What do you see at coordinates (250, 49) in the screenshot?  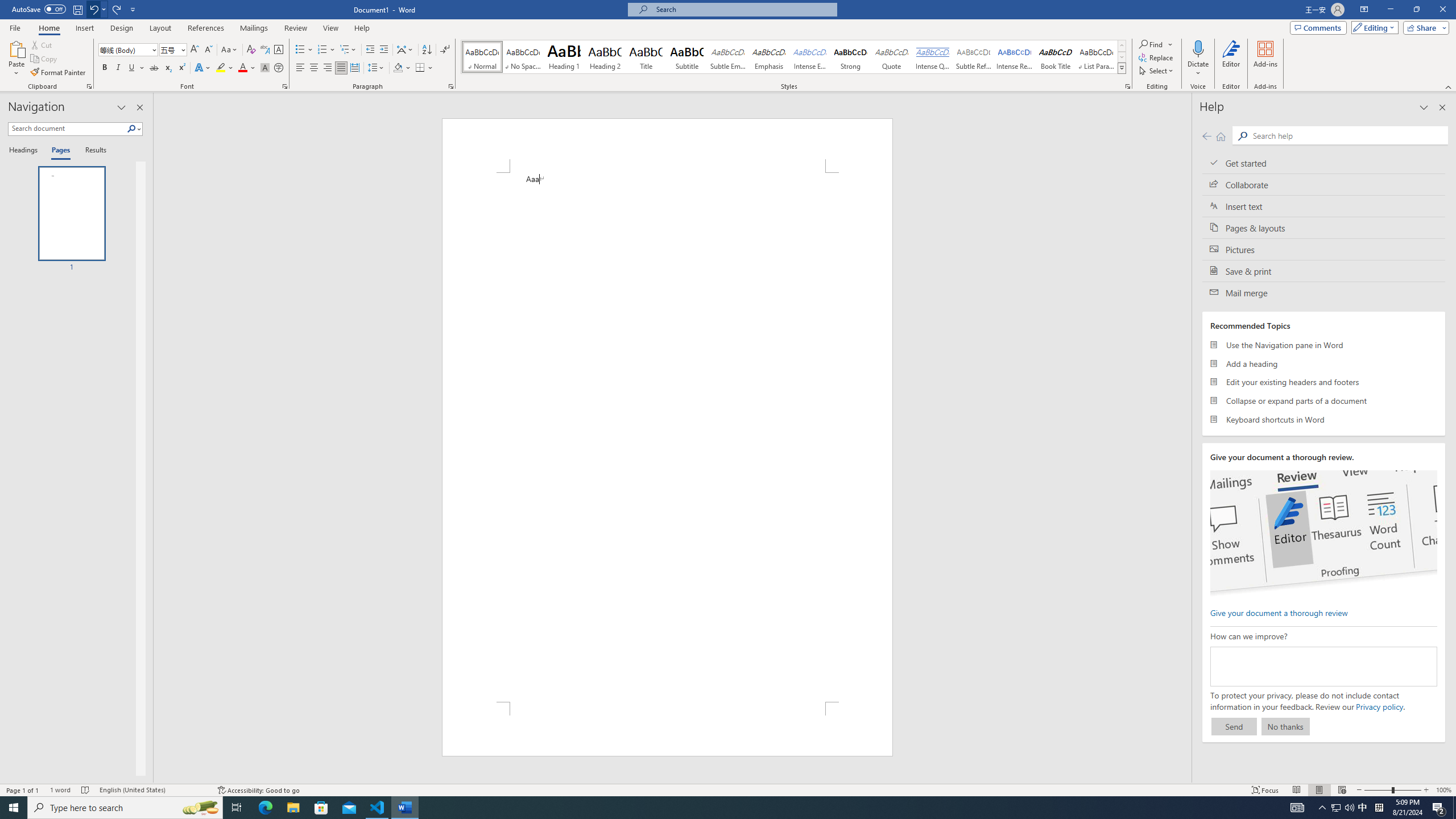 I see `'Clear Formatting'` at bounding box center [250, 49].